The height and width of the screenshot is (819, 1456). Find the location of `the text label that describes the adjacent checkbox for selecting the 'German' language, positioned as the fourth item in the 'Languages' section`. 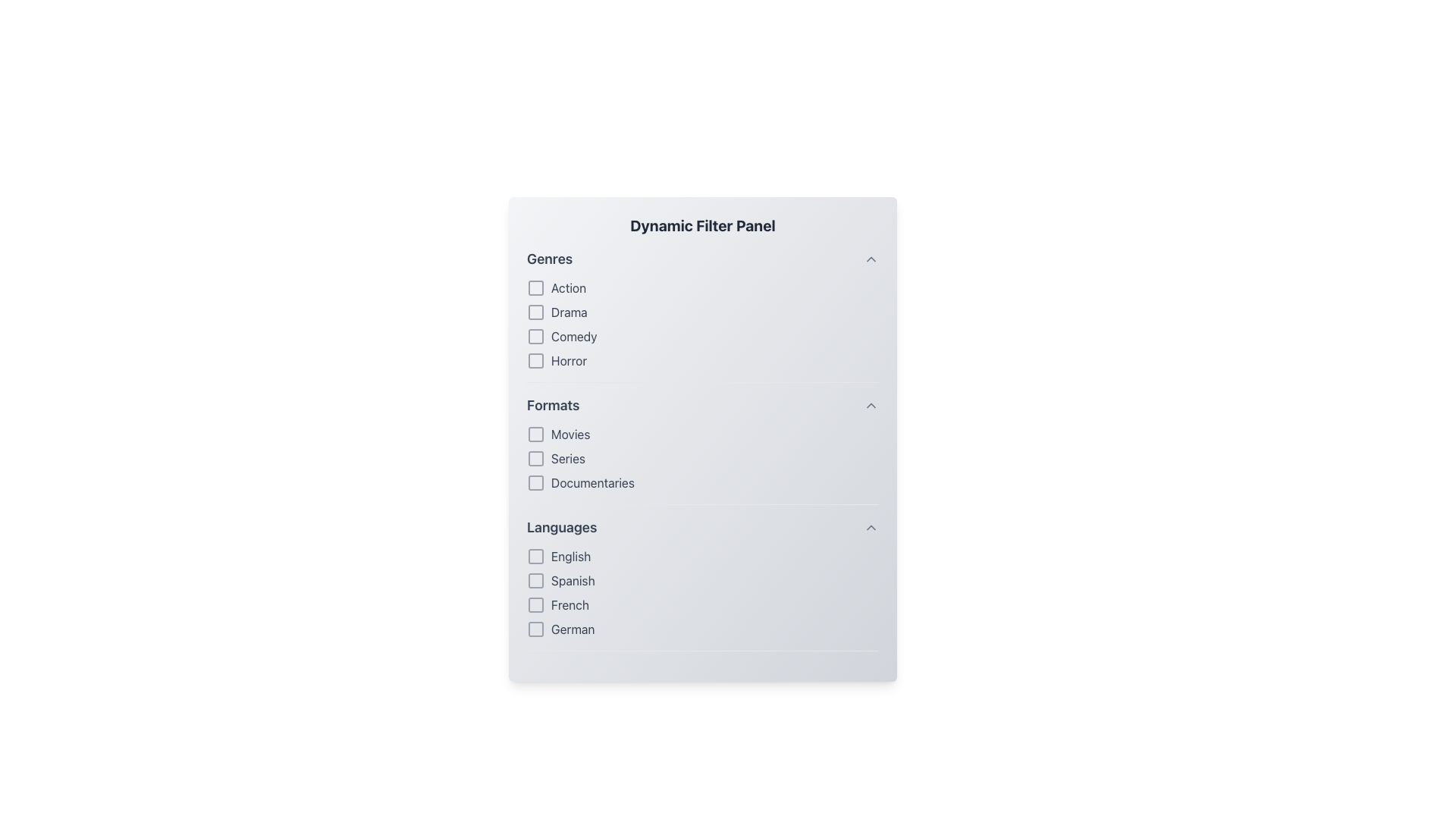

the text label that describes the adjacent checkbox for selecting the 'German' language, positioned as the fourth item in the 'Languages' section is located at coordinates (572, 629).